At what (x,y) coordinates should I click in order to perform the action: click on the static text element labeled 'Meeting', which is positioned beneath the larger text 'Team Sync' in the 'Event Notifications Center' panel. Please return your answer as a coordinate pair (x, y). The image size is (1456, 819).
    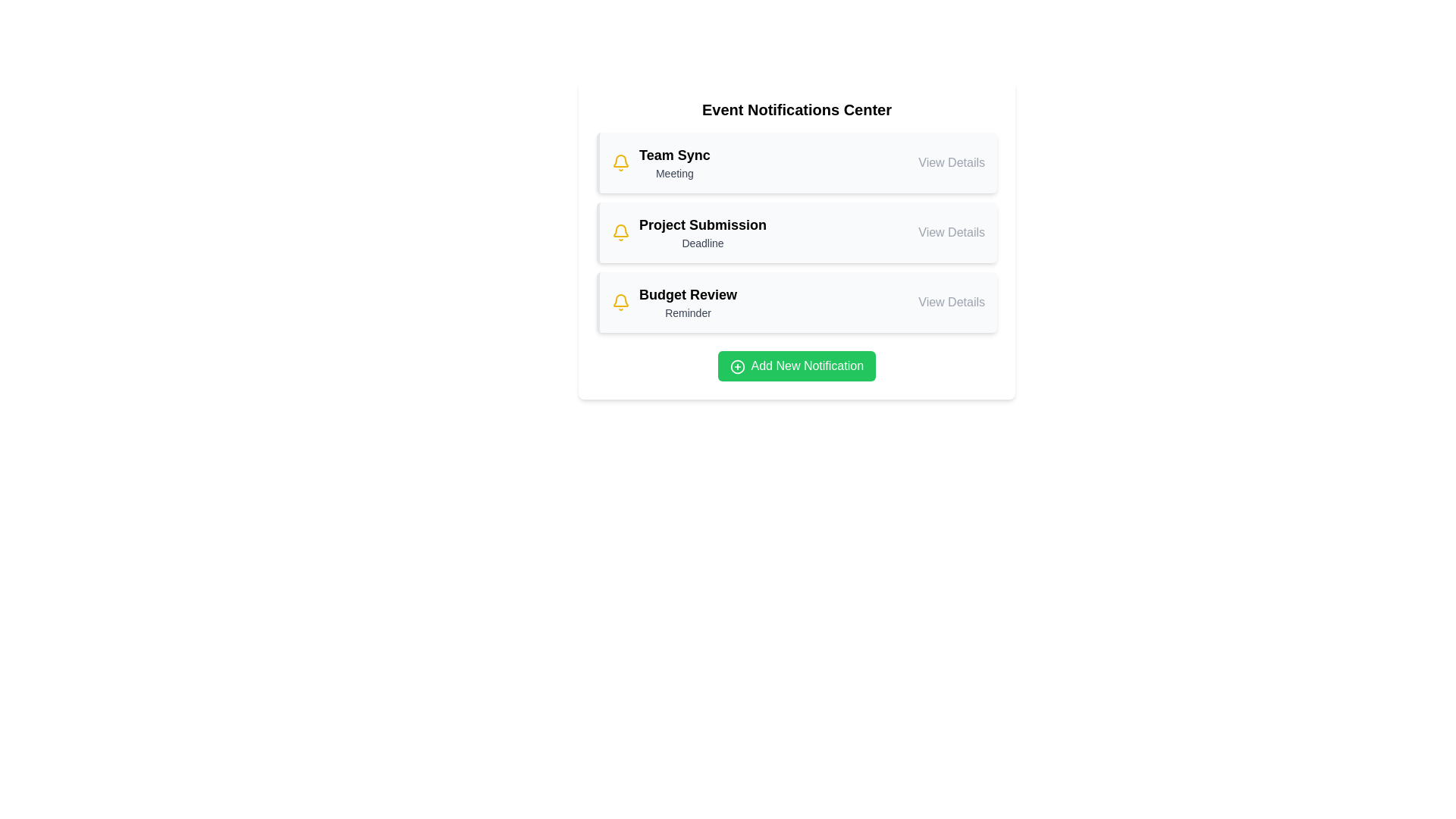
    Looking at the image, I should click on (673, 172).